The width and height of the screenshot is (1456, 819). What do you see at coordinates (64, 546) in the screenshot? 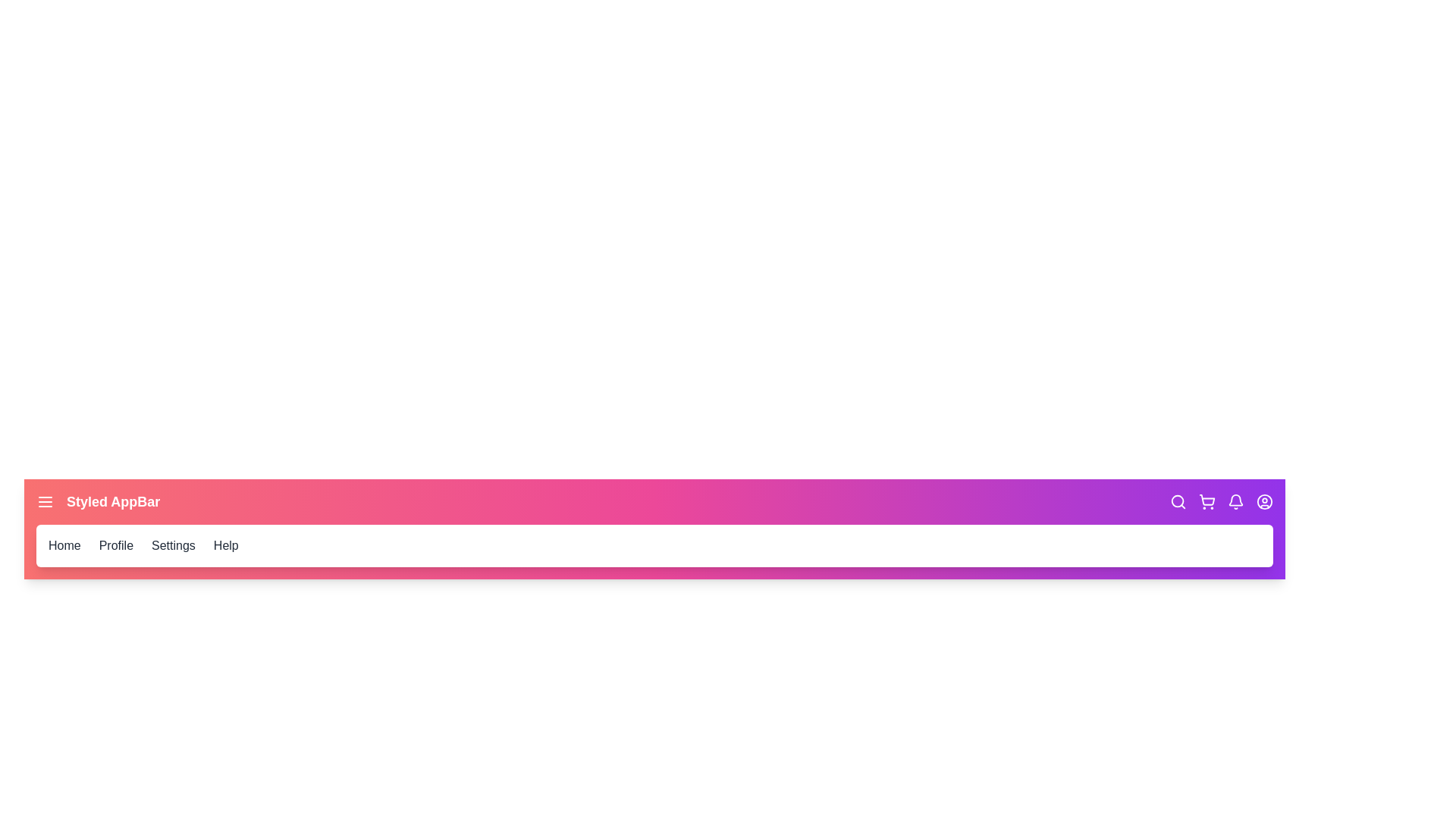
I see `the navigation option Home from the menu` at bounding box center [64, 546].